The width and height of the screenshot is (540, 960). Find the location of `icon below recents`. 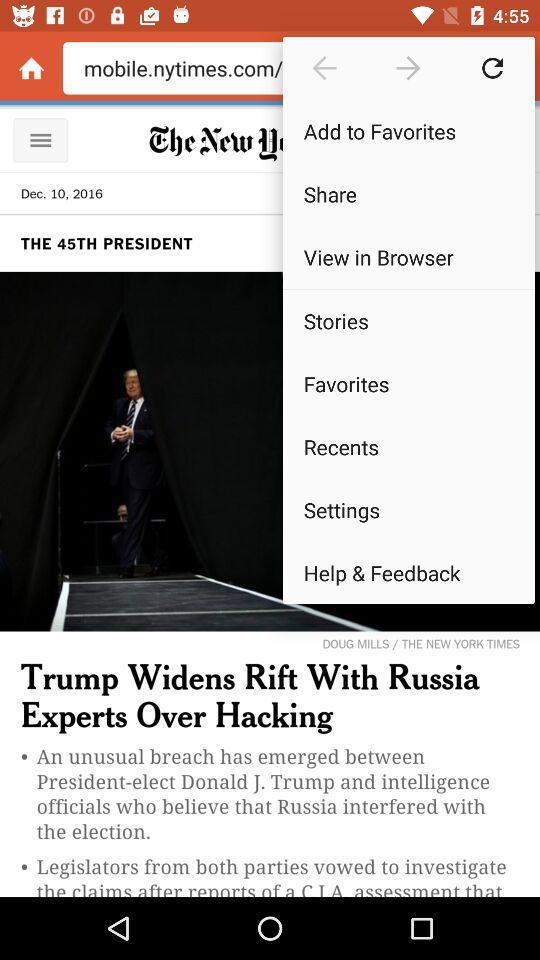

icon below recents is located at coordinates (407, 508).